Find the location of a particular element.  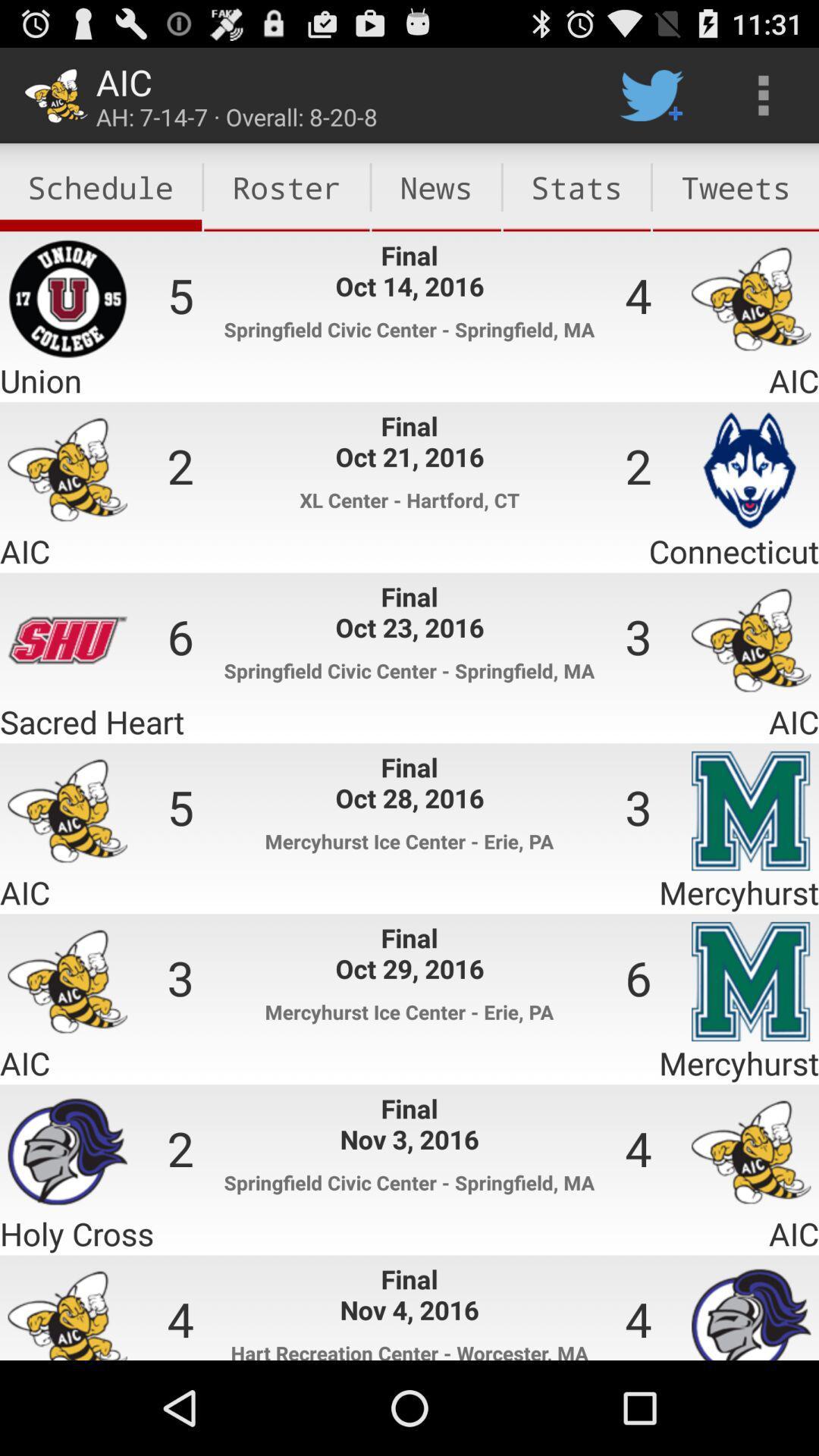

the tweets item is located at coordinates (735, 187).